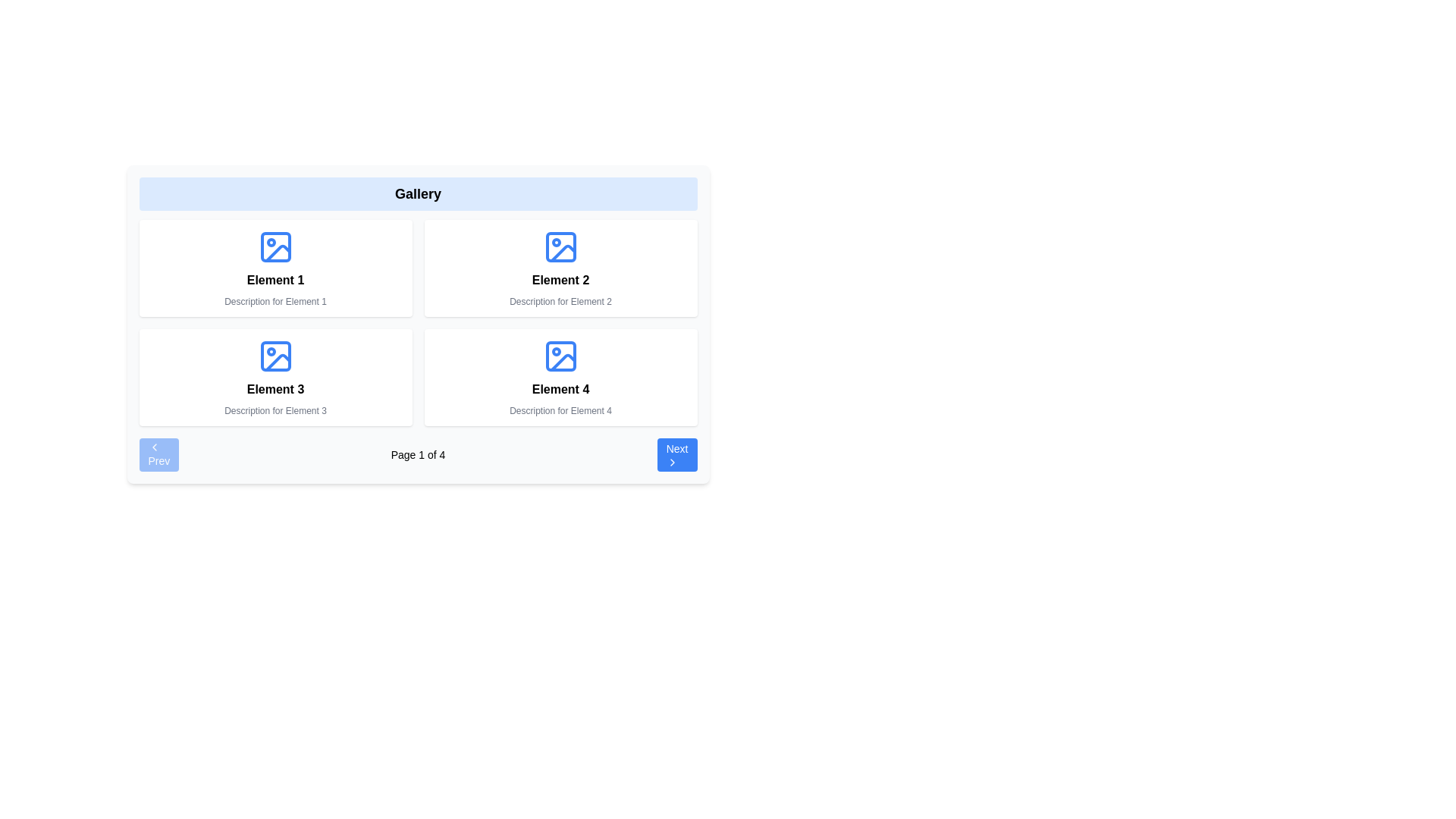  Describe the element at coordinates (560, 246) in the screenshot. I see `the background rectangle within the image icon located in the upper right section of the grid under 'Gallery'` at that location.